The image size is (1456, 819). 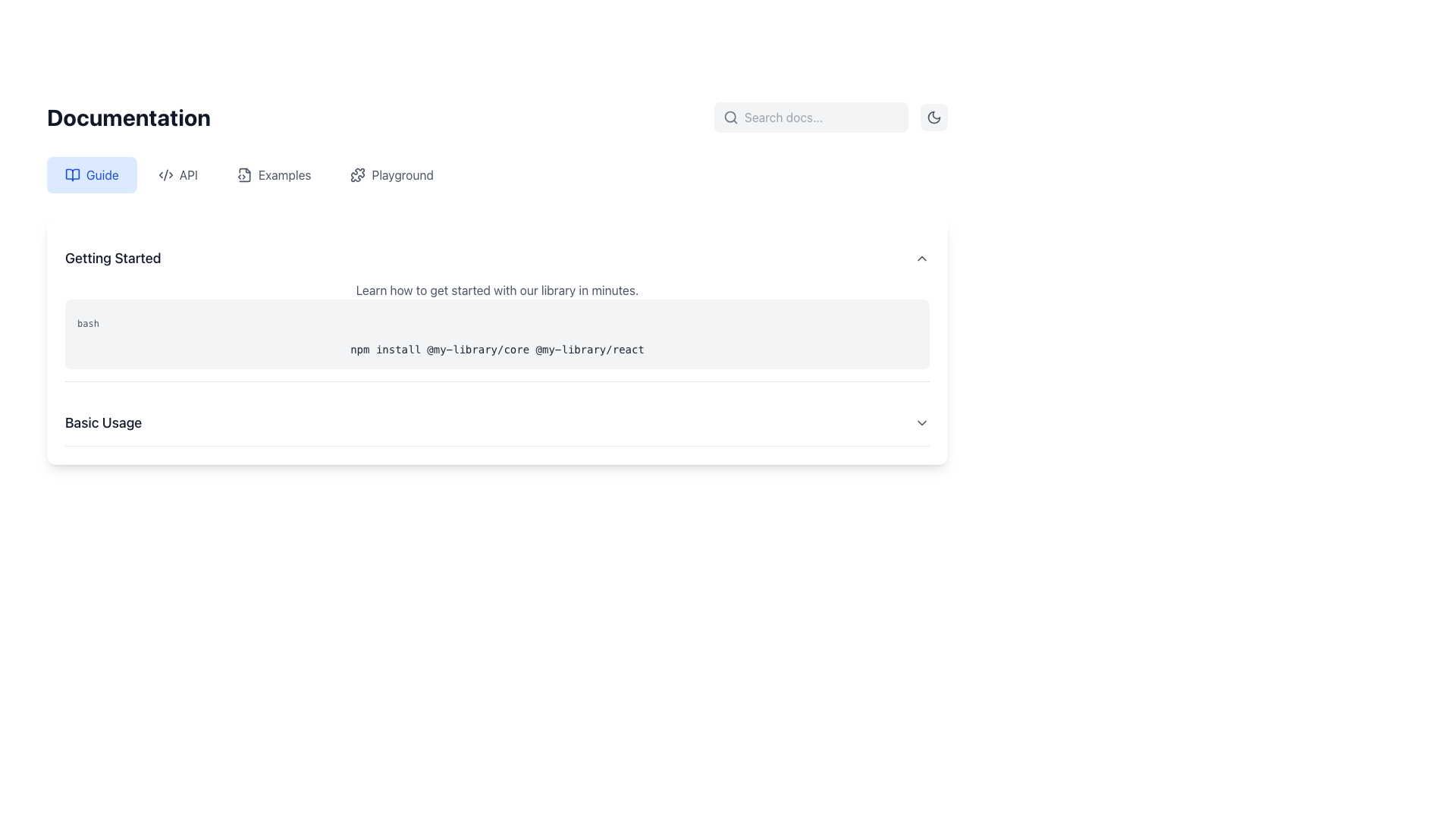 I want to click on the chevron icon located to the right of the 'Getting Started' text, so click(x=921, y=257).